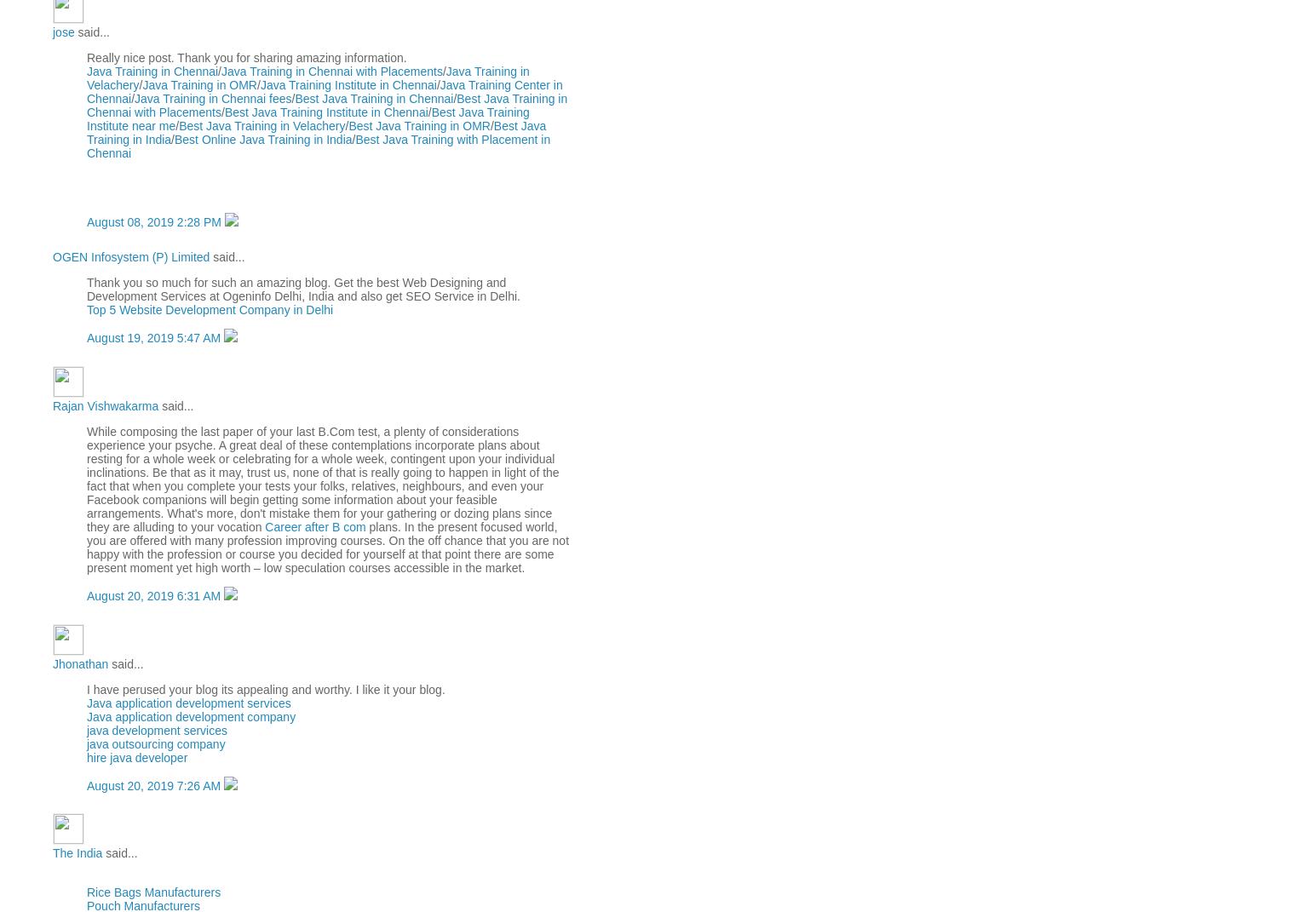 The height and width of the screenshot is (912, 1316). What do you see at coordinates (153, 892) in the screenshot?
I see `'Rice Bags Manufacturers'` at bounding box center [153, 892].